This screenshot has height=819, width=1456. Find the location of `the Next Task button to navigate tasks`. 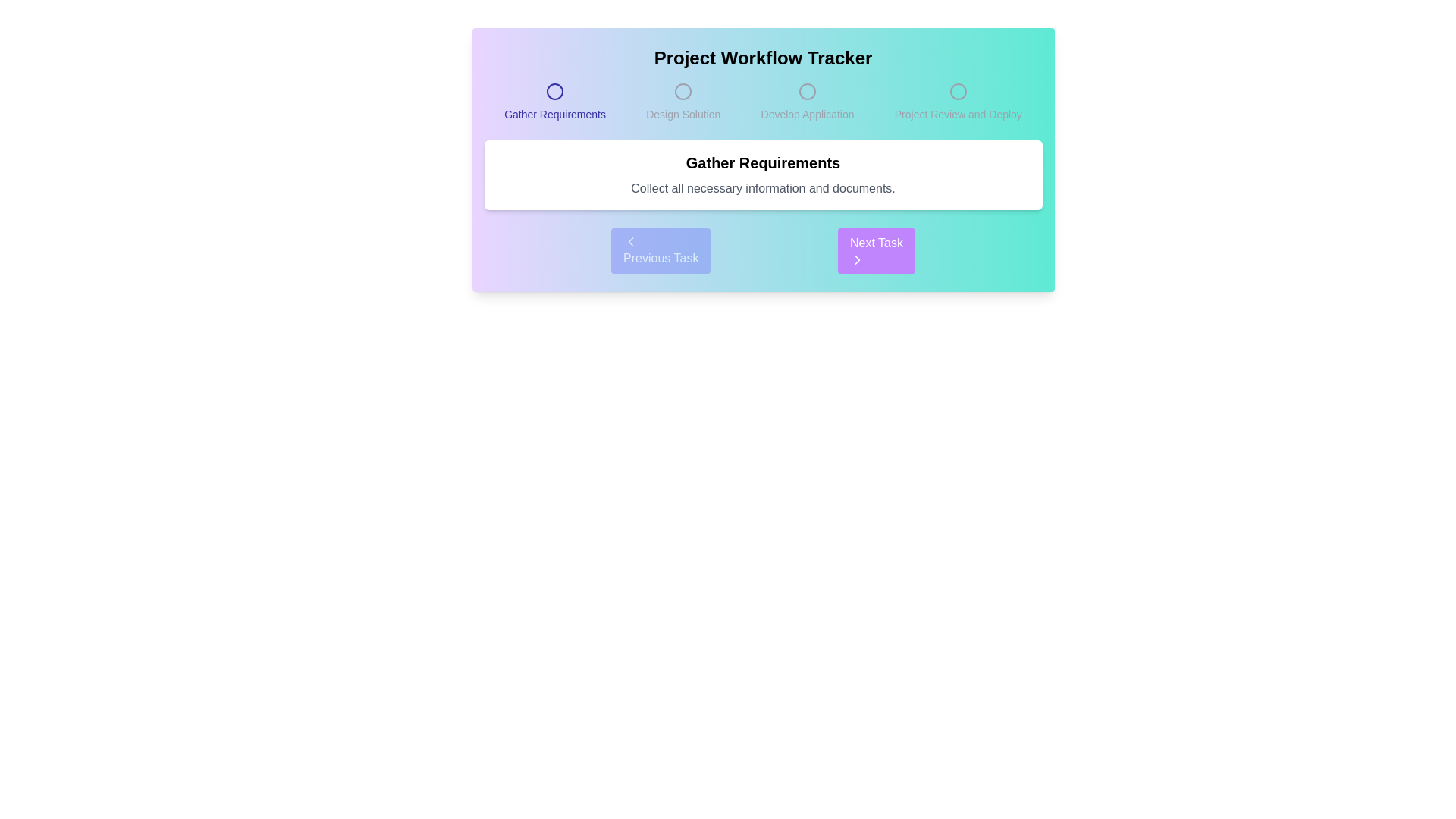

the Next Task button to navigate tasks is located at coordinates (877, 250).